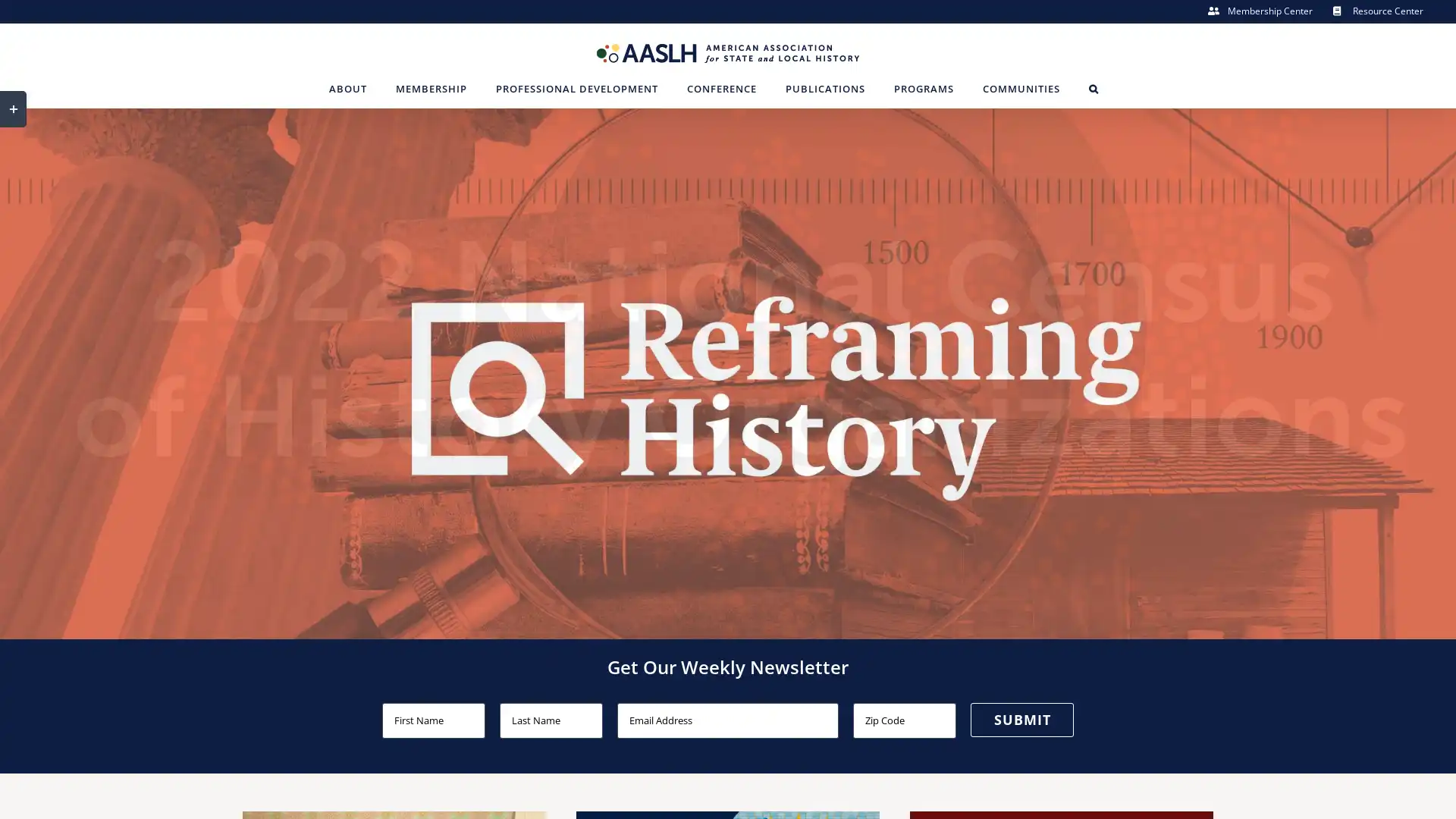 This screenshot has height=819, width=1456. I want to click on Search, so click(1093, 88).